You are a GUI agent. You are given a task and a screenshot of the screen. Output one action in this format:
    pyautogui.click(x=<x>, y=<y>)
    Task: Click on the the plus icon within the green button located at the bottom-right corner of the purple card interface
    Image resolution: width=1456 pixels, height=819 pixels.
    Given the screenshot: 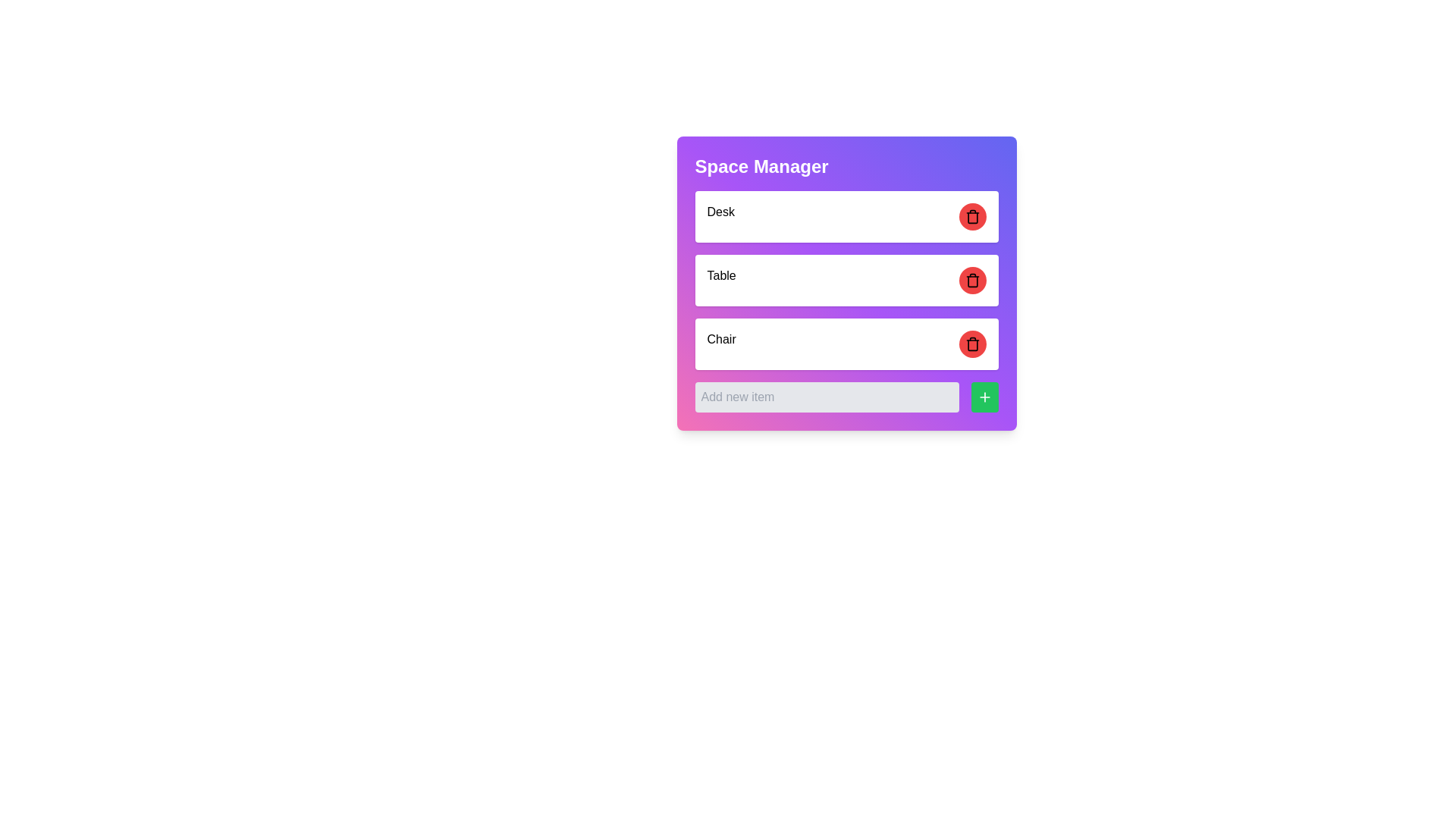 What is the action you would take?
    pyautogui.click(x=984, y=397)
    